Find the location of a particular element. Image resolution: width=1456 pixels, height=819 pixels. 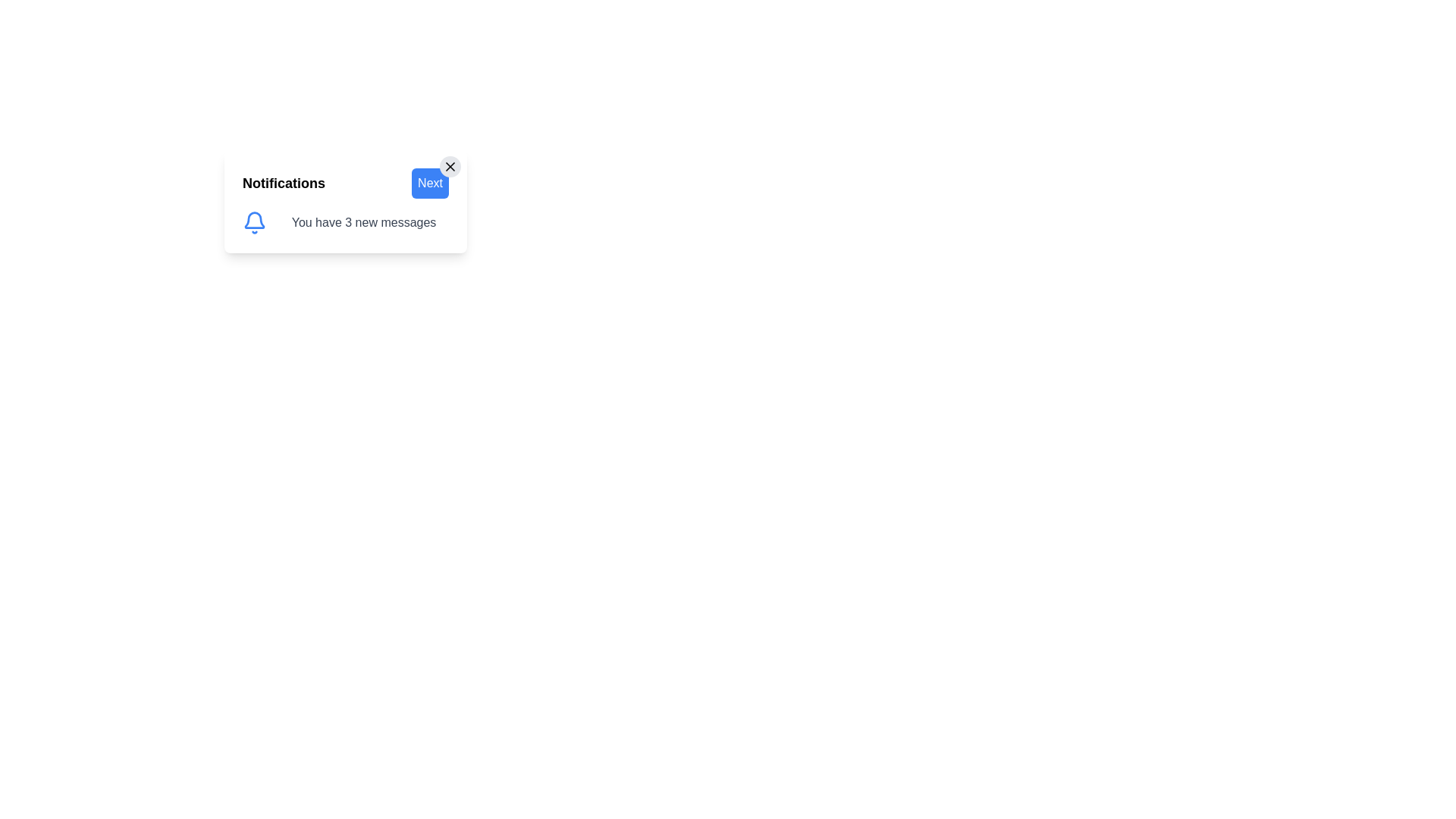

the bell-shaped icon with a blue outline, located in the notifications pop-up next to the text 'You have 3 new messages' is located at coordinates (255, 220).